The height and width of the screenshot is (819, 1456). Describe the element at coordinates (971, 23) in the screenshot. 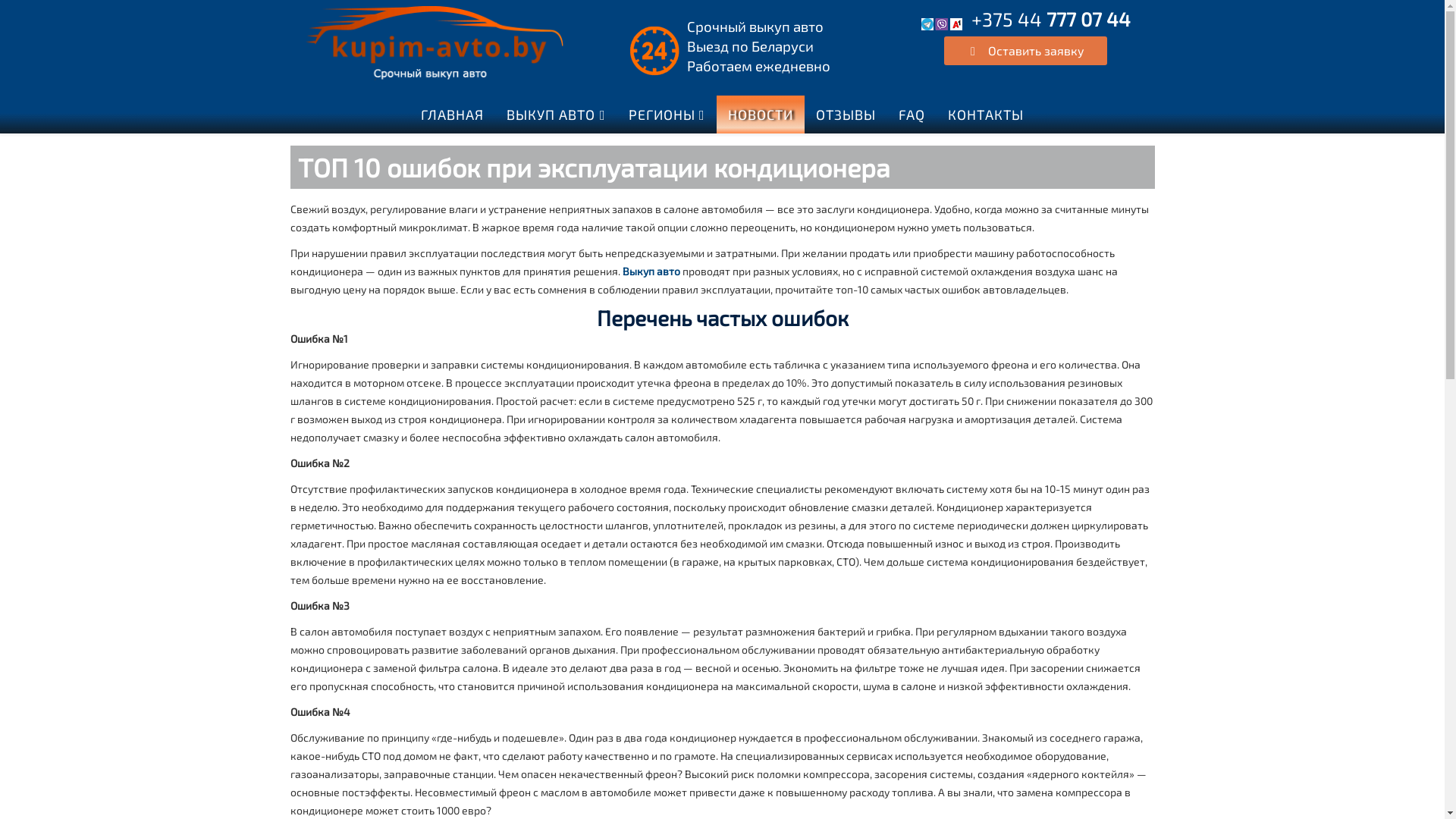

I see `'+375 44 777 07 44'` at that location.